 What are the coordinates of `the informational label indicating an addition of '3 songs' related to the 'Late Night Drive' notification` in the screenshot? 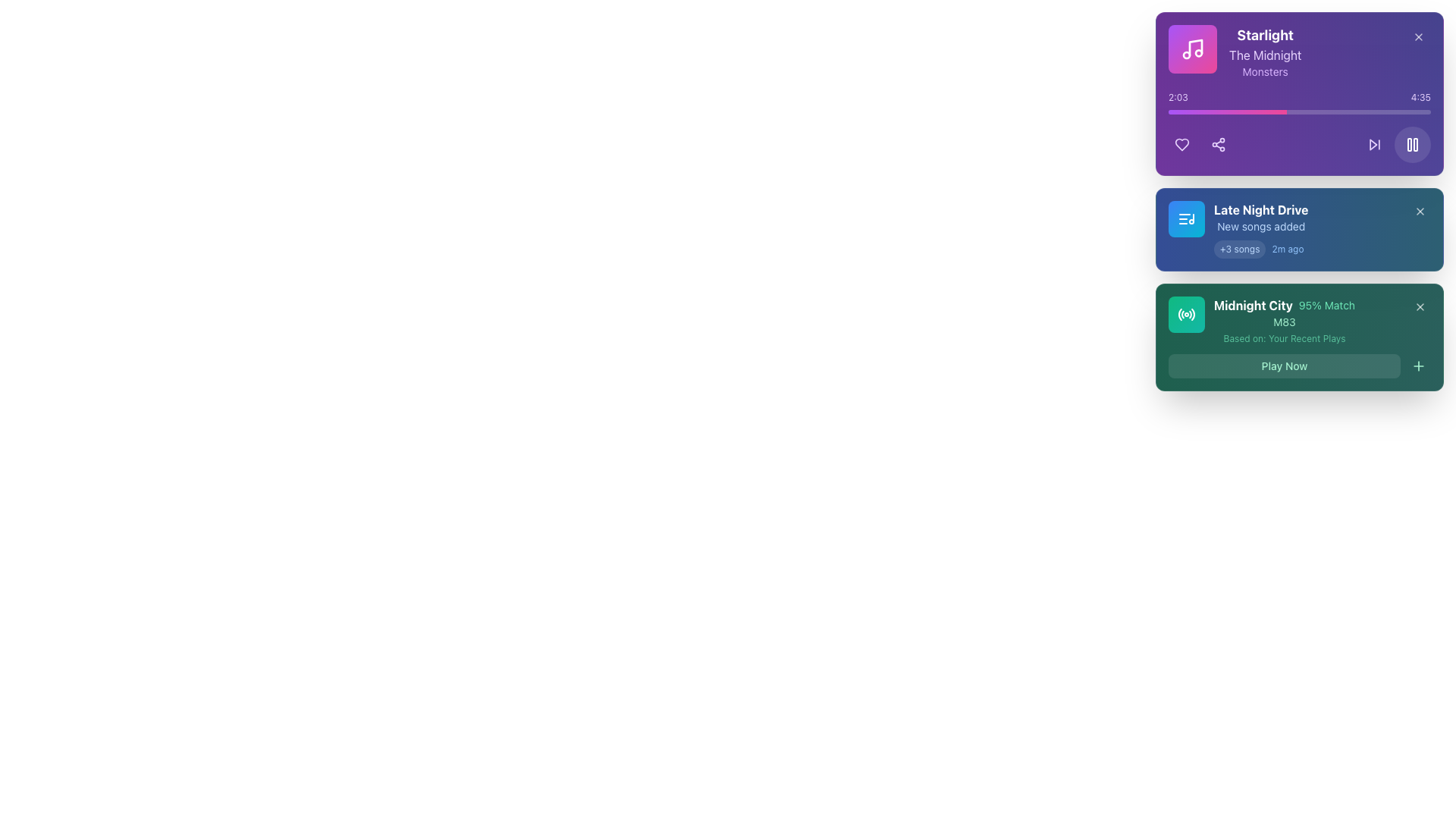 It's located at (1240, 248).